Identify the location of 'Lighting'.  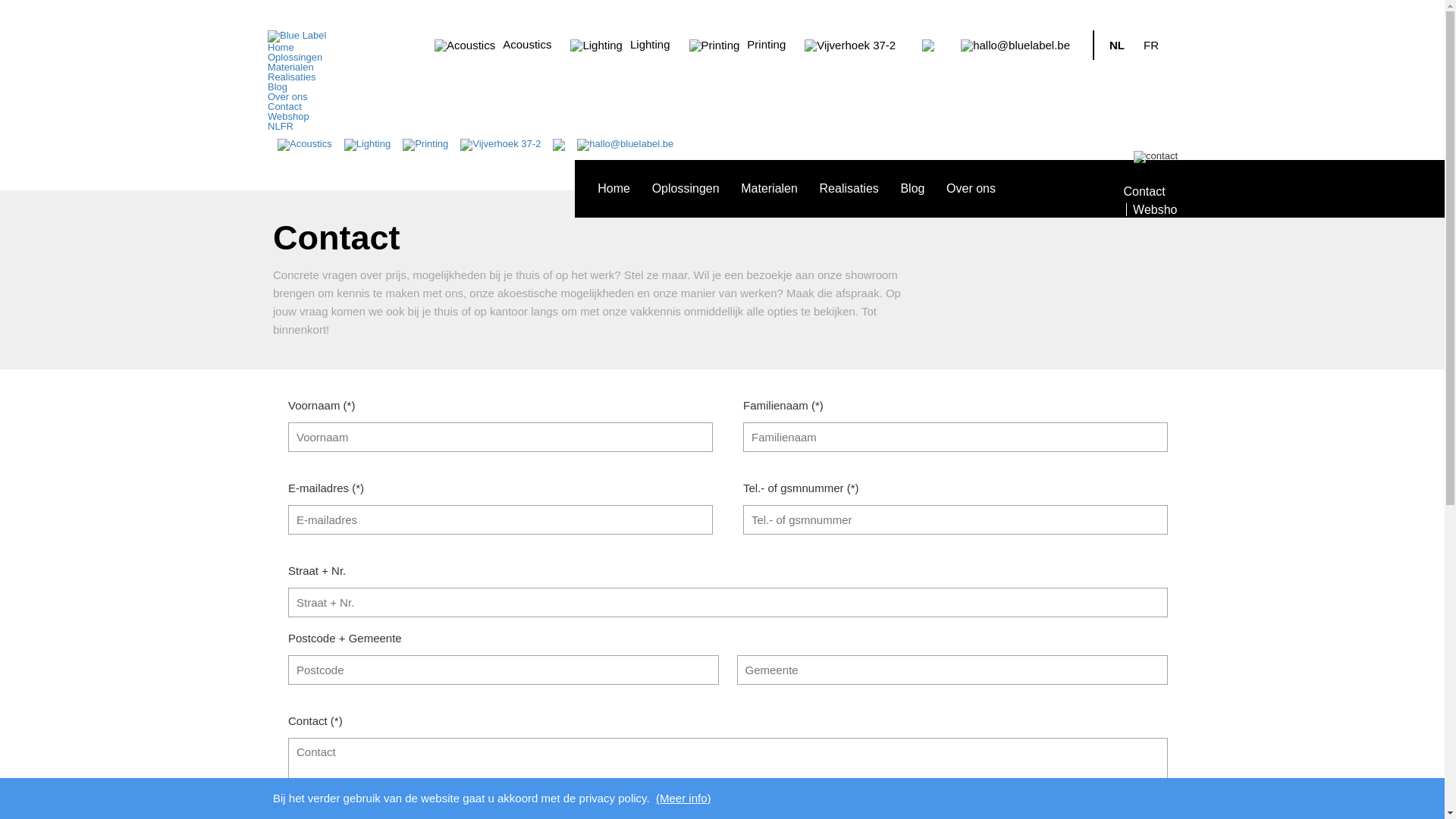
(620, 44).